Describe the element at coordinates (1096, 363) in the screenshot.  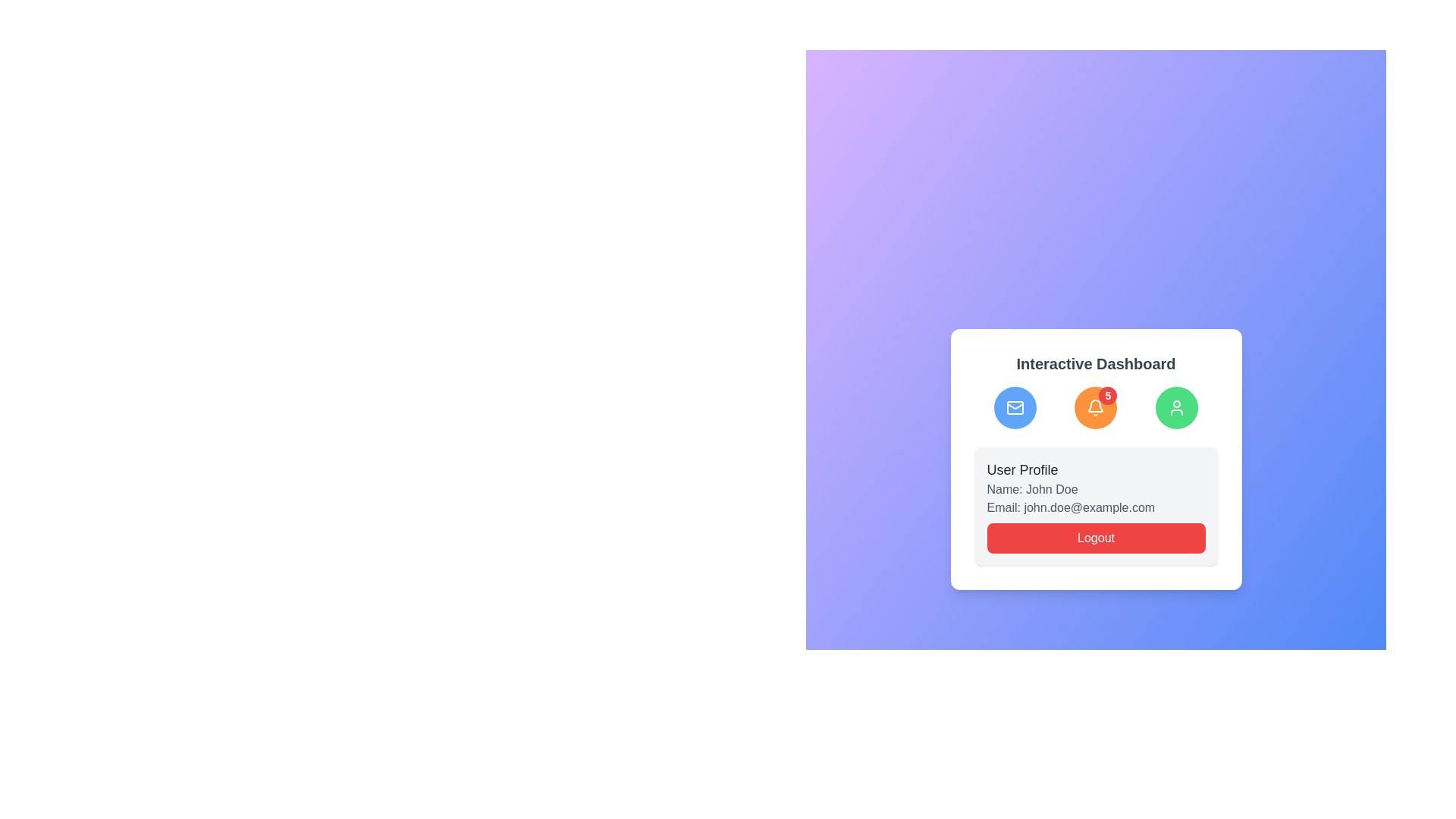
I see `text content of the title or header Text label positioned at the top center of the card-like layout` at that location.